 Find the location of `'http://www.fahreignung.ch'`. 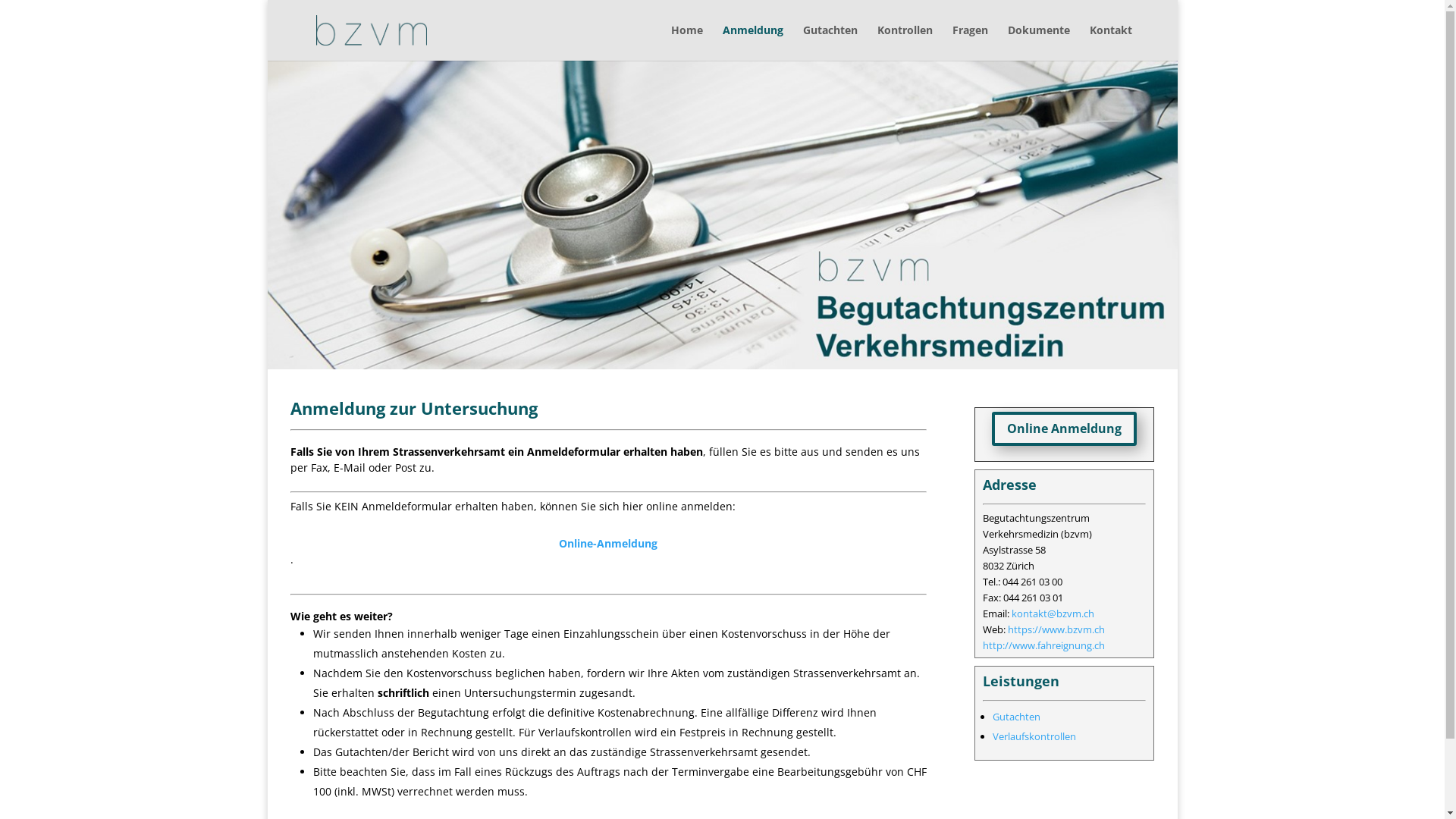

'http://www.fahreignung.ch' is located at coordinates (1043, 645).